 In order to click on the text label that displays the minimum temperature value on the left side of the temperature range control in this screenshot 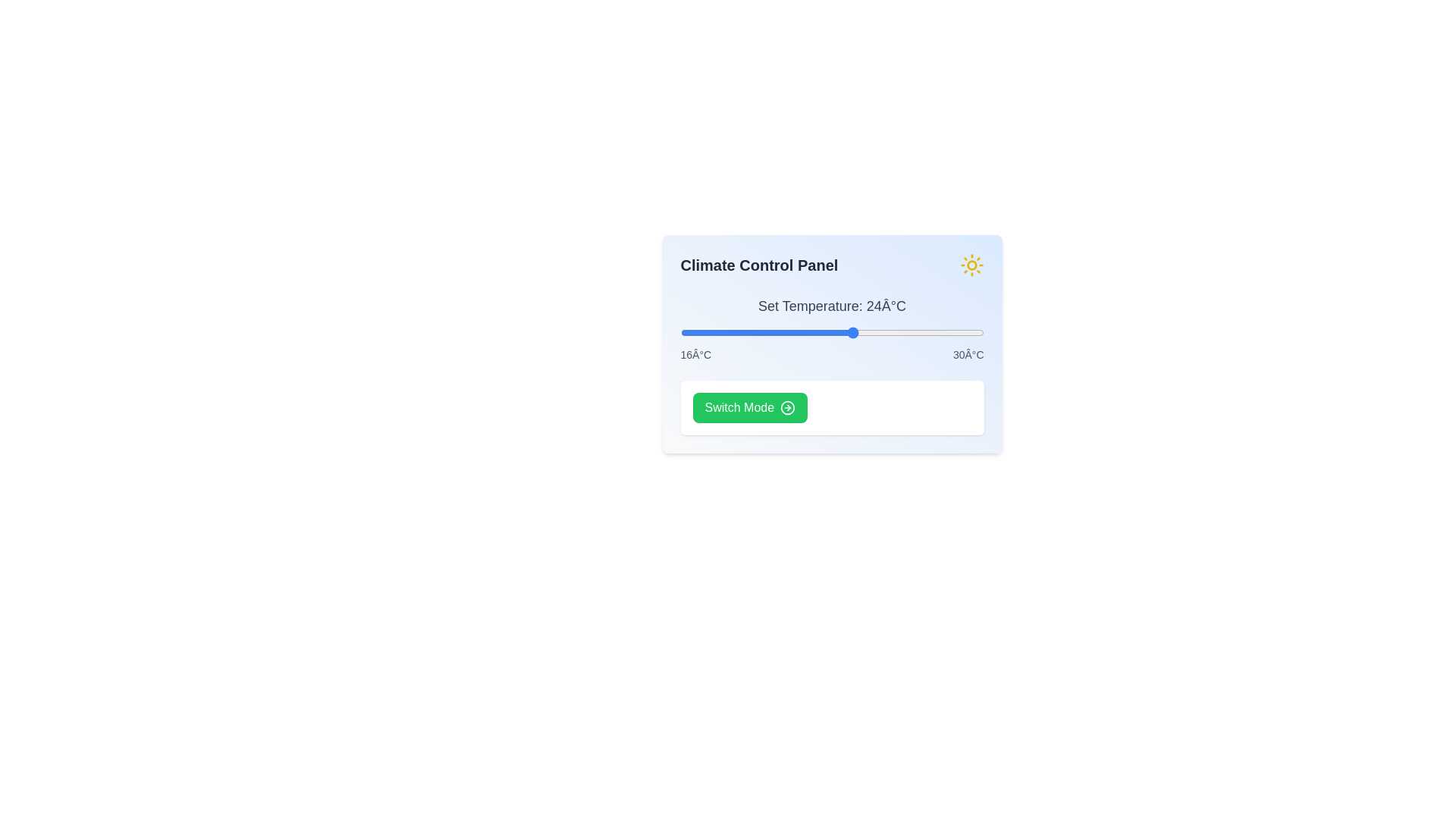, I will do `click(695, 354)`.